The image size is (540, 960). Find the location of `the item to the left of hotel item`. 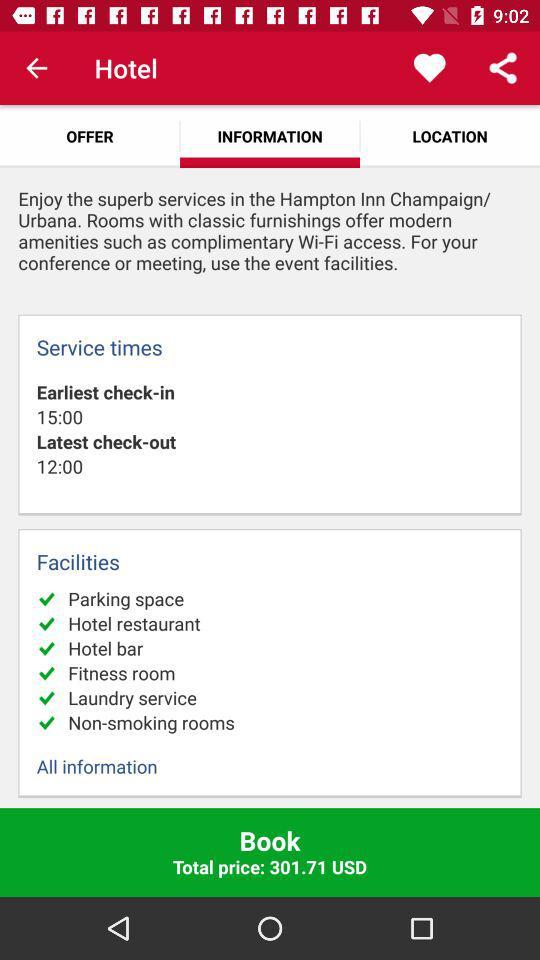

the item to the left of hotel item is located at coordinates (36, 68).